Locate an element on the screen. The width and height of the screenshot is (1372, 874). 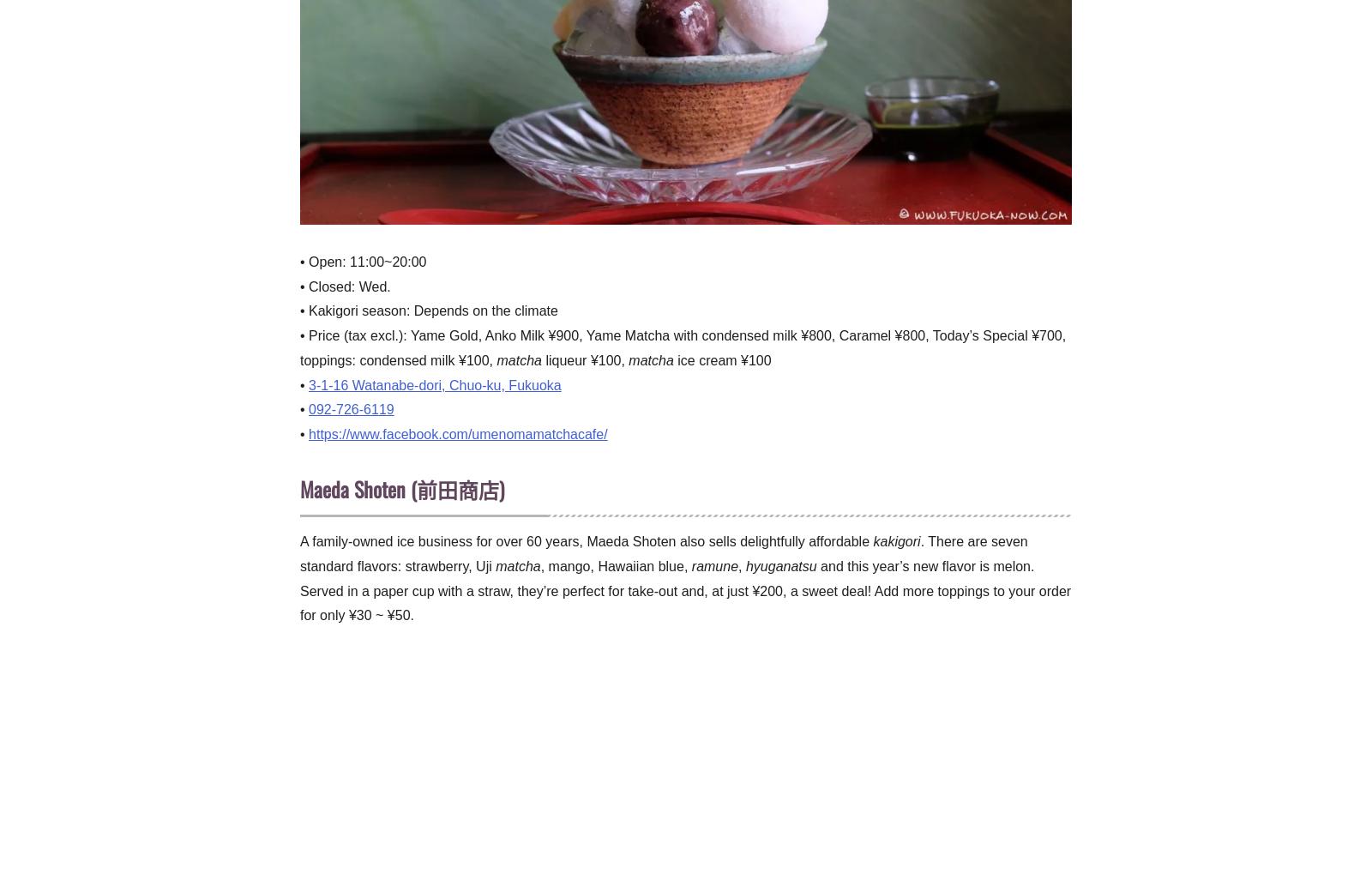
',' is located at coordinates (740, 564).